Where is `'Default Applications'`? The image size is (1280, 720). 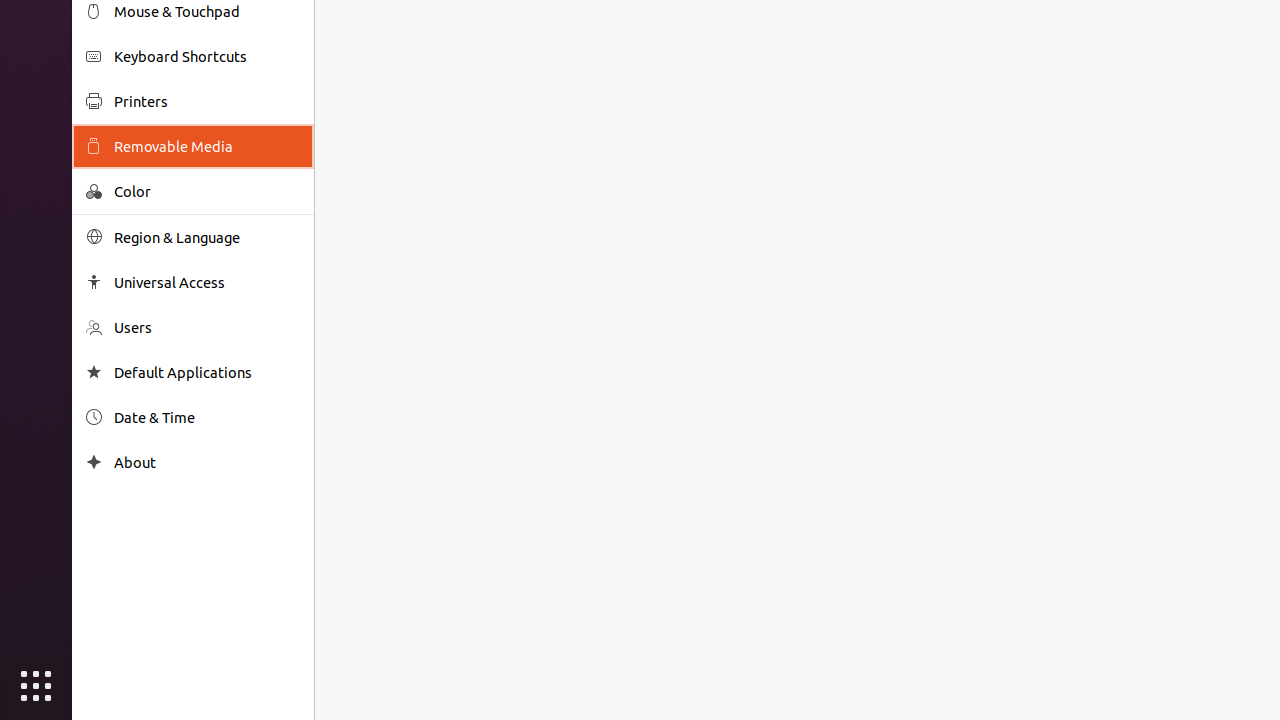 'Default Applications' is located at coordinates (206, 372).